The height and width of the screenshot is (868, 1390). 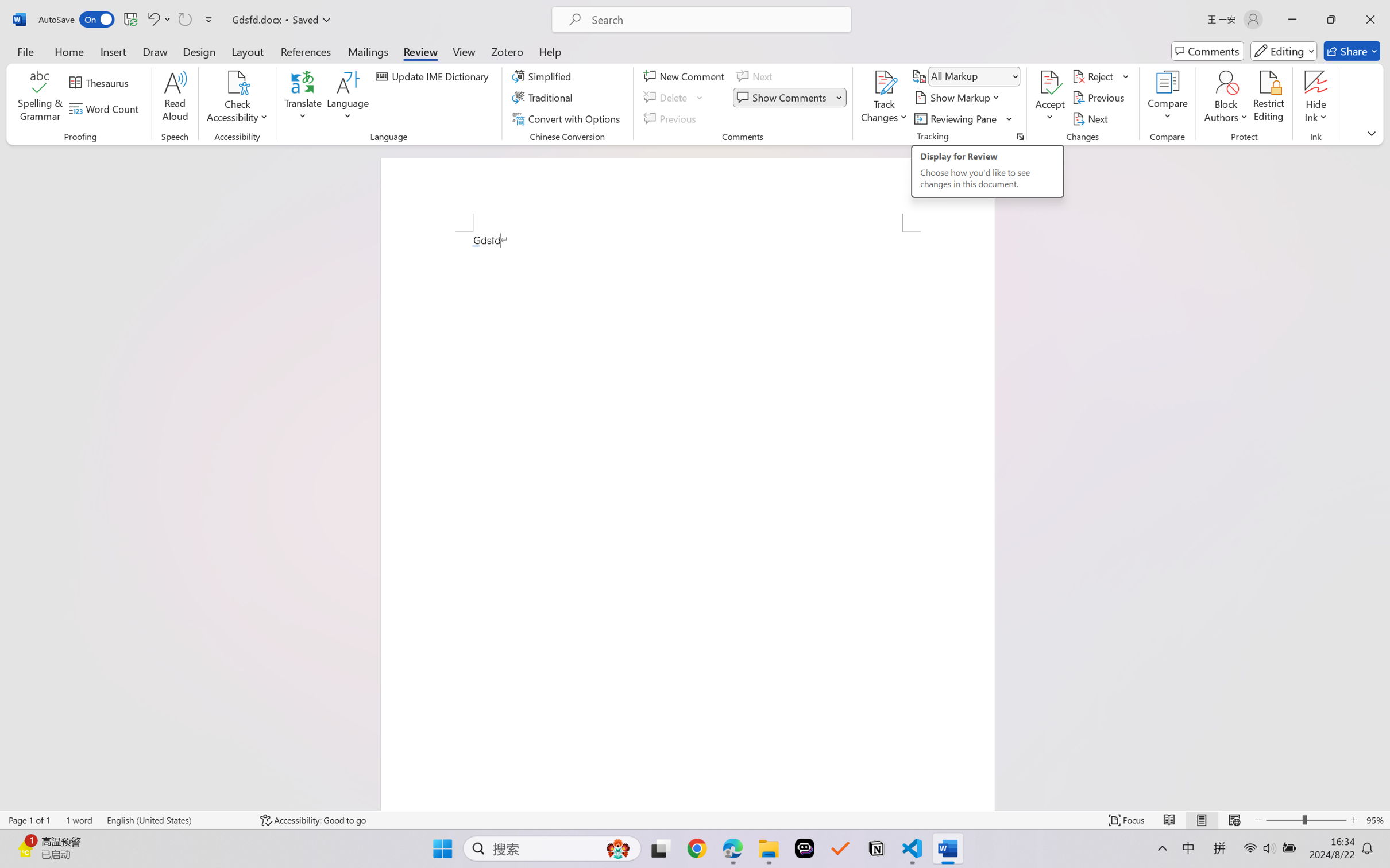 I want to click on 'Spelling & Grammar', so click(x=40, y=98).